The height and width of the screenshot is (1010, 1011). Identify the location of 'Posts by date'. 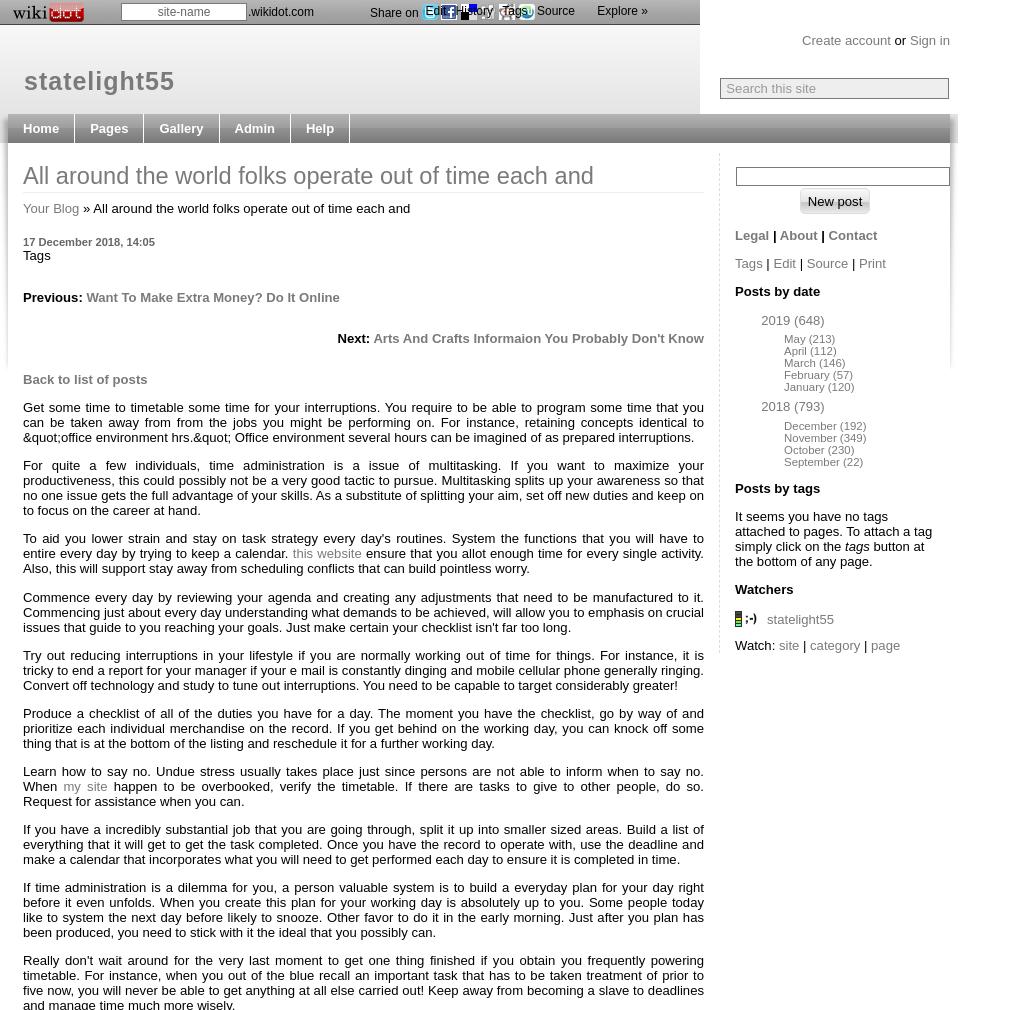
(776, 291).